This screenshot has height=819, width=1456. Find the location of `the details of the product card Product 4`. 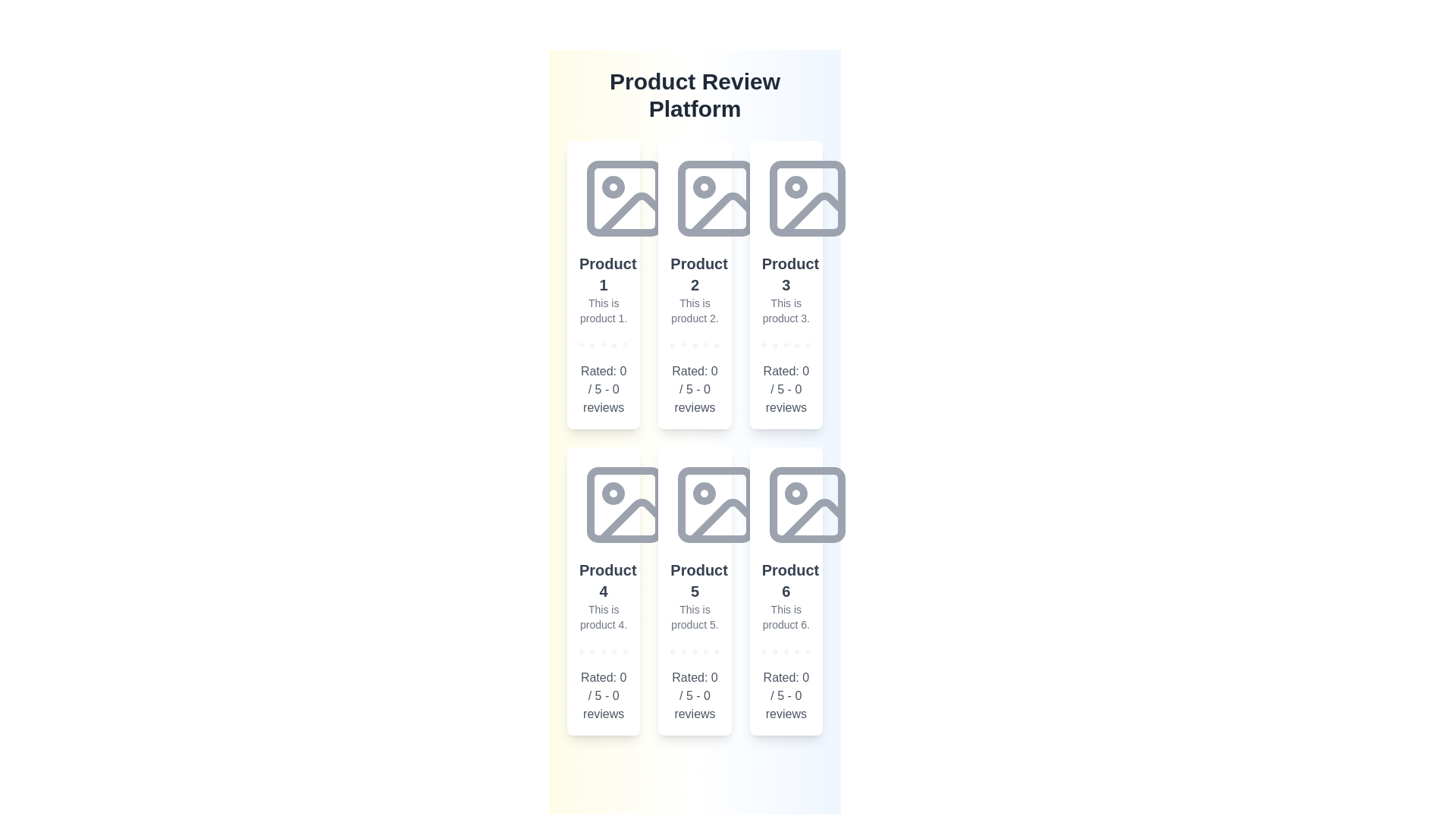

the details of the product card Product 4 is located at coordinates (603, 590).